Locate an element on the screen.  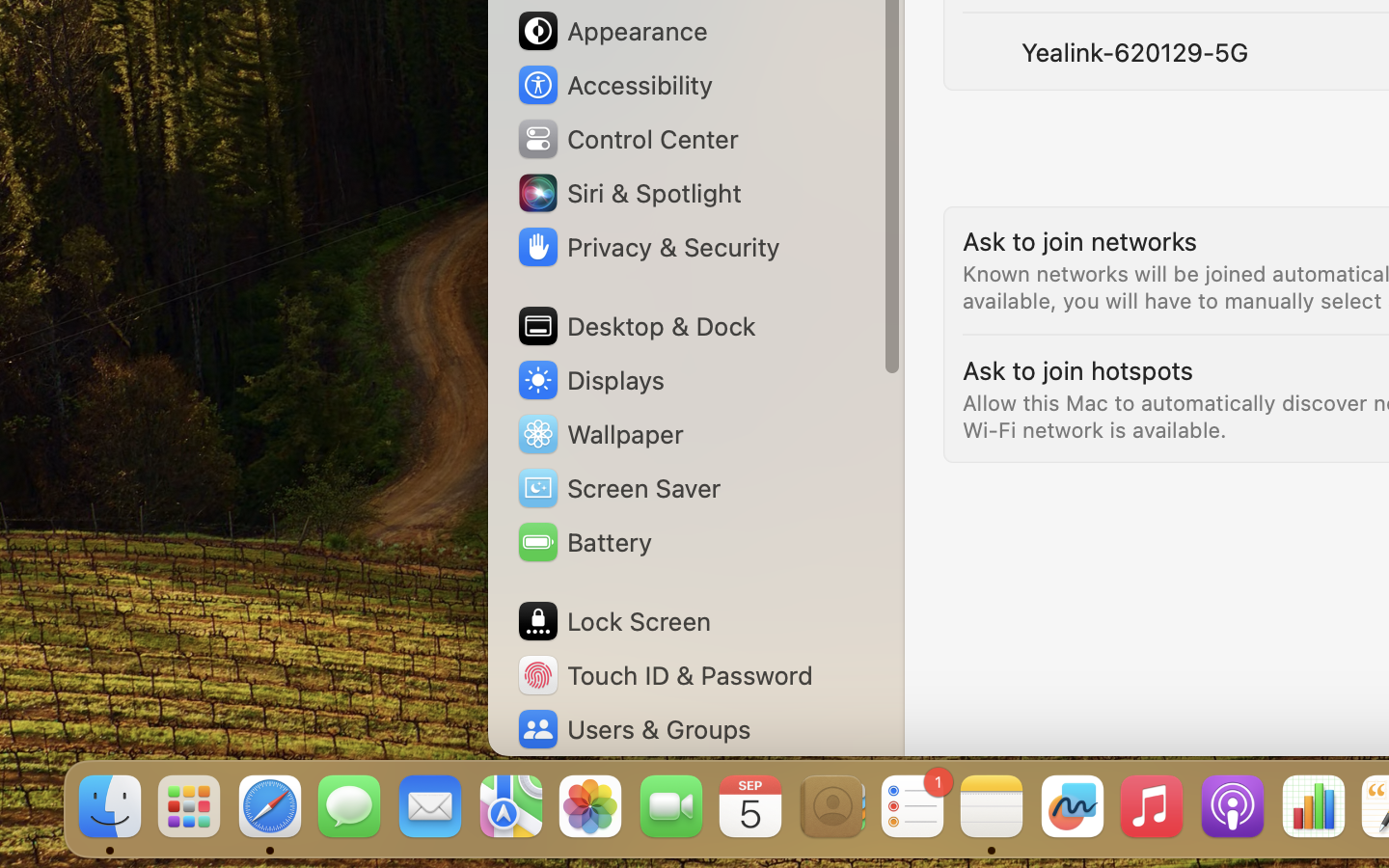
'Battery' is located at coordinates (582, 540).